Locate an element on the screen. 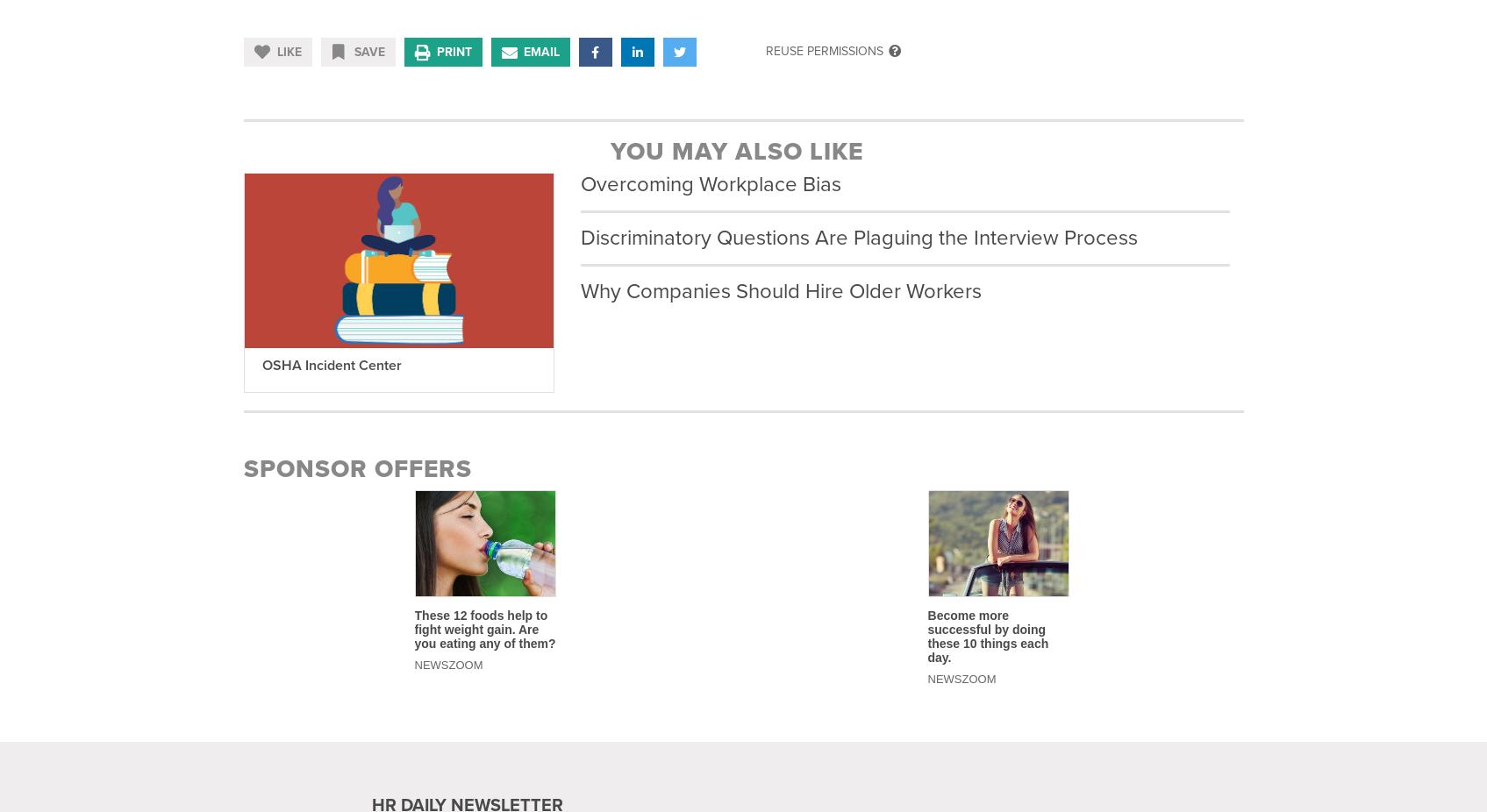 The image size is (1487, 812). 'Become more successful by doing these 10 things each day.' is located at coordinates (986, 635).